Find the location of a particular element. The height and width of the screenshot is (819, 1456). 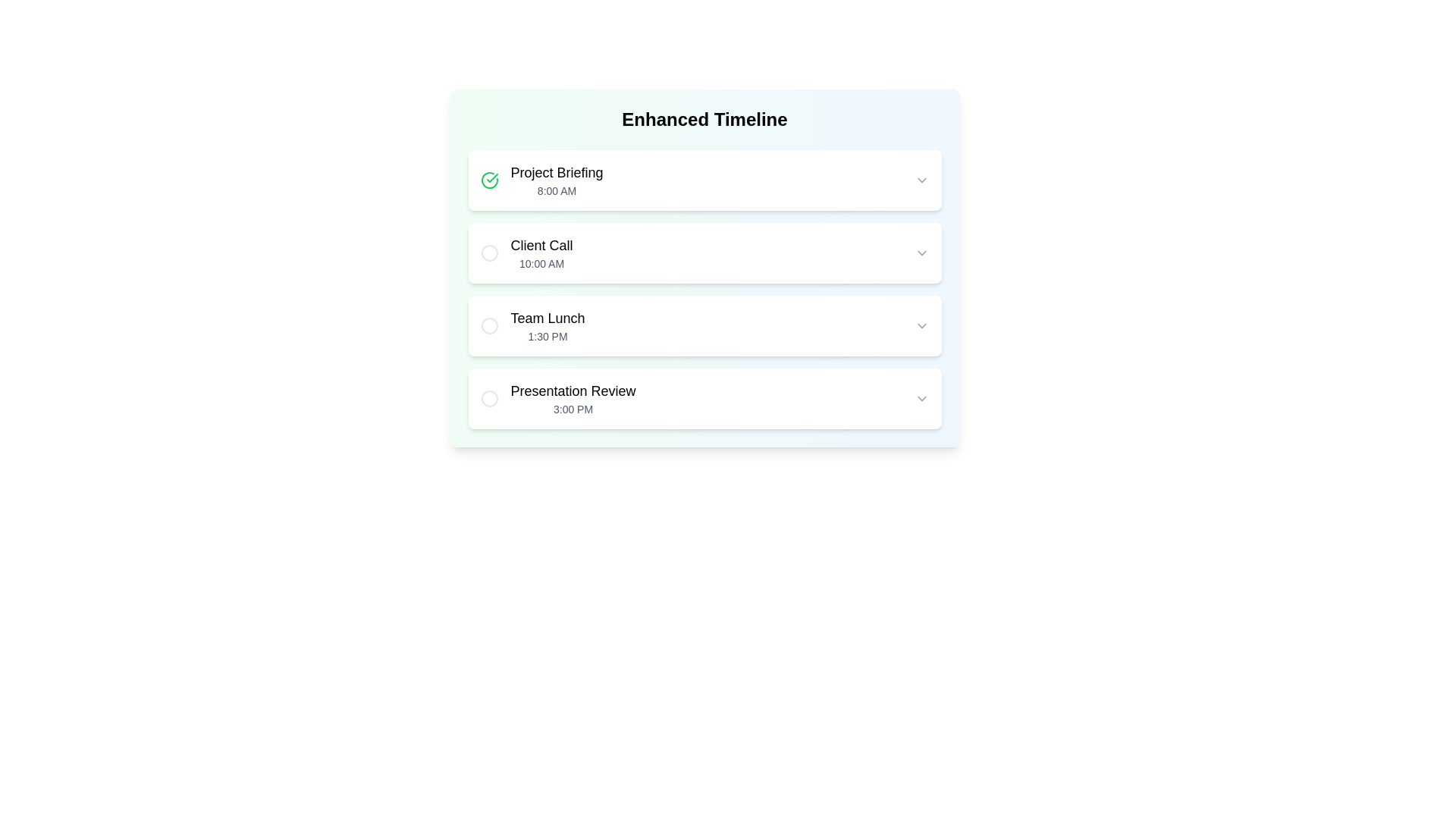

the chevron icon located at the far-right edge of the 'Team Lunch 1:30 PM' list item in the 'Enhanced Timeline' interface is located at coordinates (921, 325).